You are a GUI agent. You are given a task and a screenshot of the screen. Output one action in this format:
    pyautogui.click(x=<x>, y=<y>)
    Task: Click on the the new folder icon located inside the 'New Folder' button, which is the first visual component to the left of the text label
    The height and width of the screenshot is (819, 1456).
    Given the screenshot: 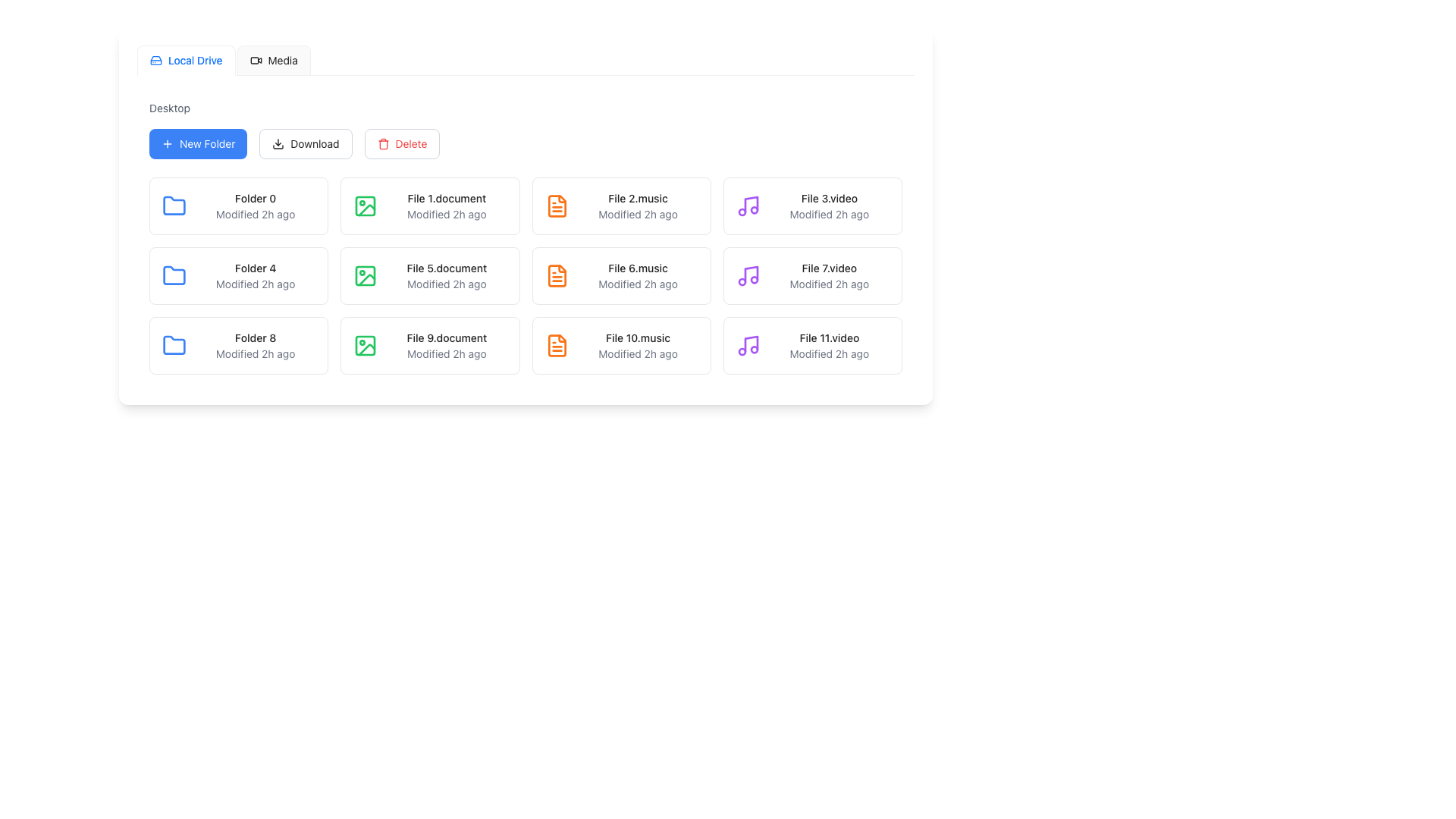 What is the action you would take?
    pyautogui.click(x=167, y=143)
    